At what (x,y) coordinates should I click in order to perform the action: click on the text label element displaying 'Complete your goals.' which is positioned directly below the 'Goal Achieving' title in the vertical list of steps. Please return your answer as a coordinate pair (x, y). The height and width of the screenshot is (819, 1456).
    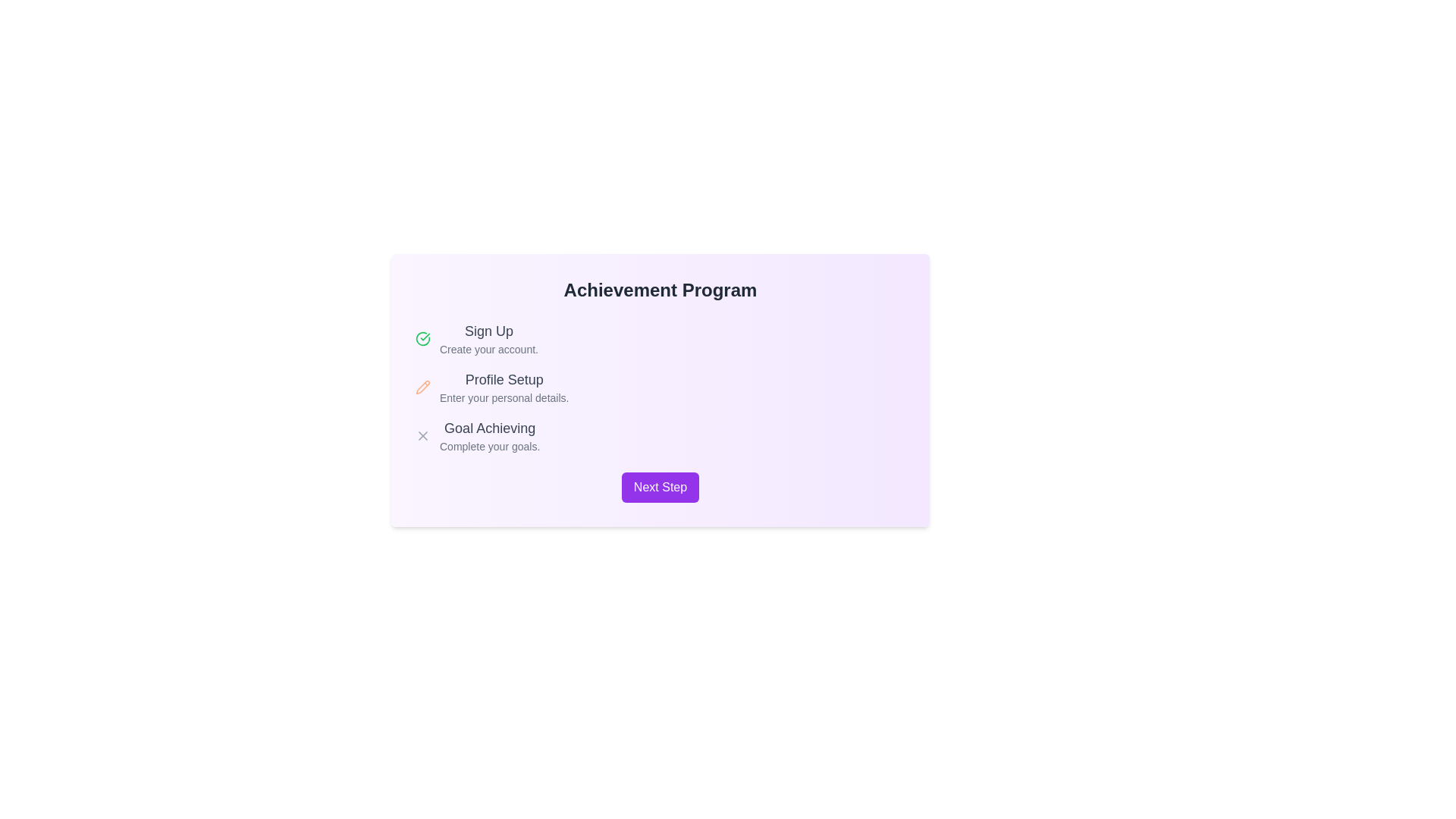
    Looking at the image, I should click on (490, 446).